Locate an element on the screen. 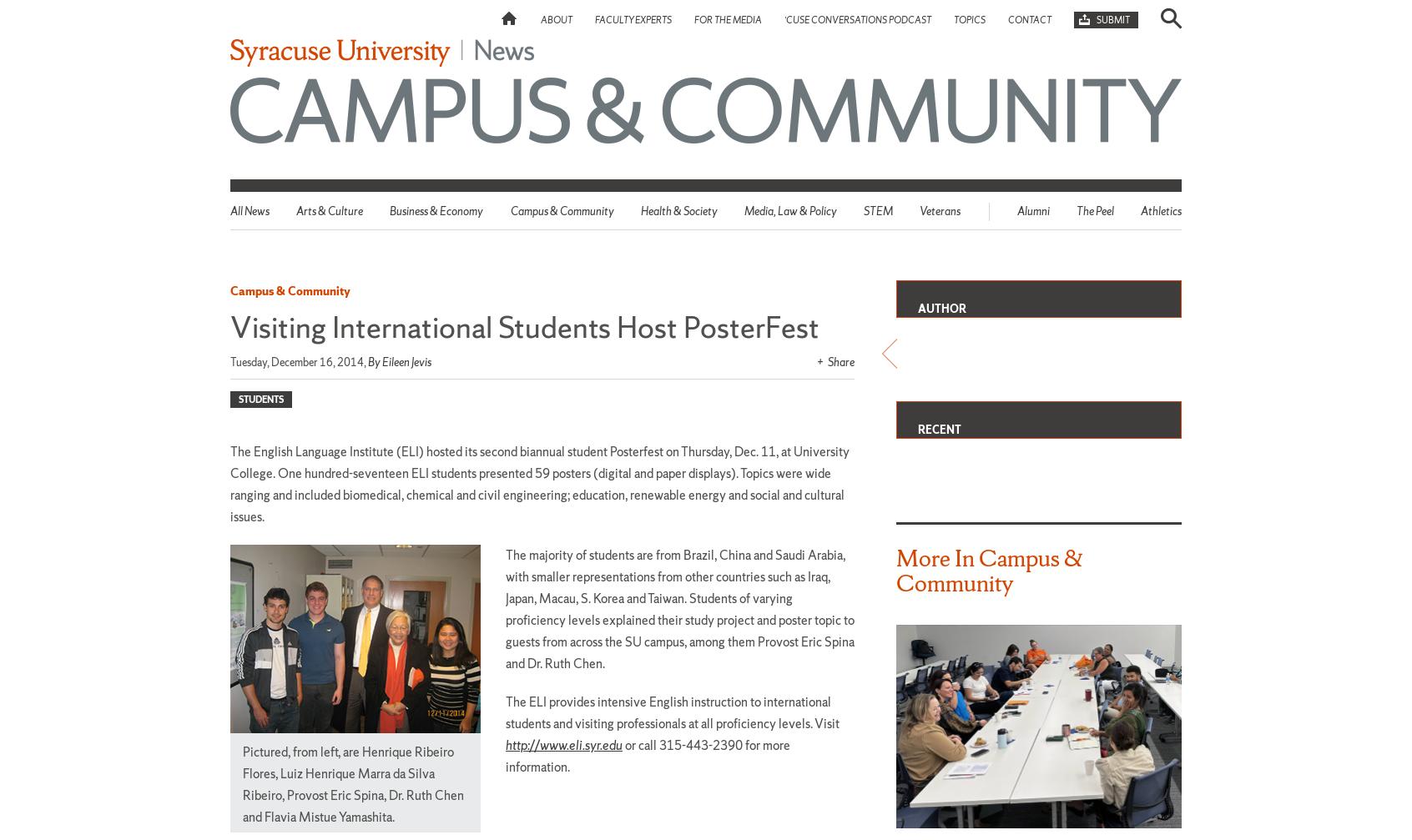  'Media, Law & Policy' is located at coordinates (789, 211).